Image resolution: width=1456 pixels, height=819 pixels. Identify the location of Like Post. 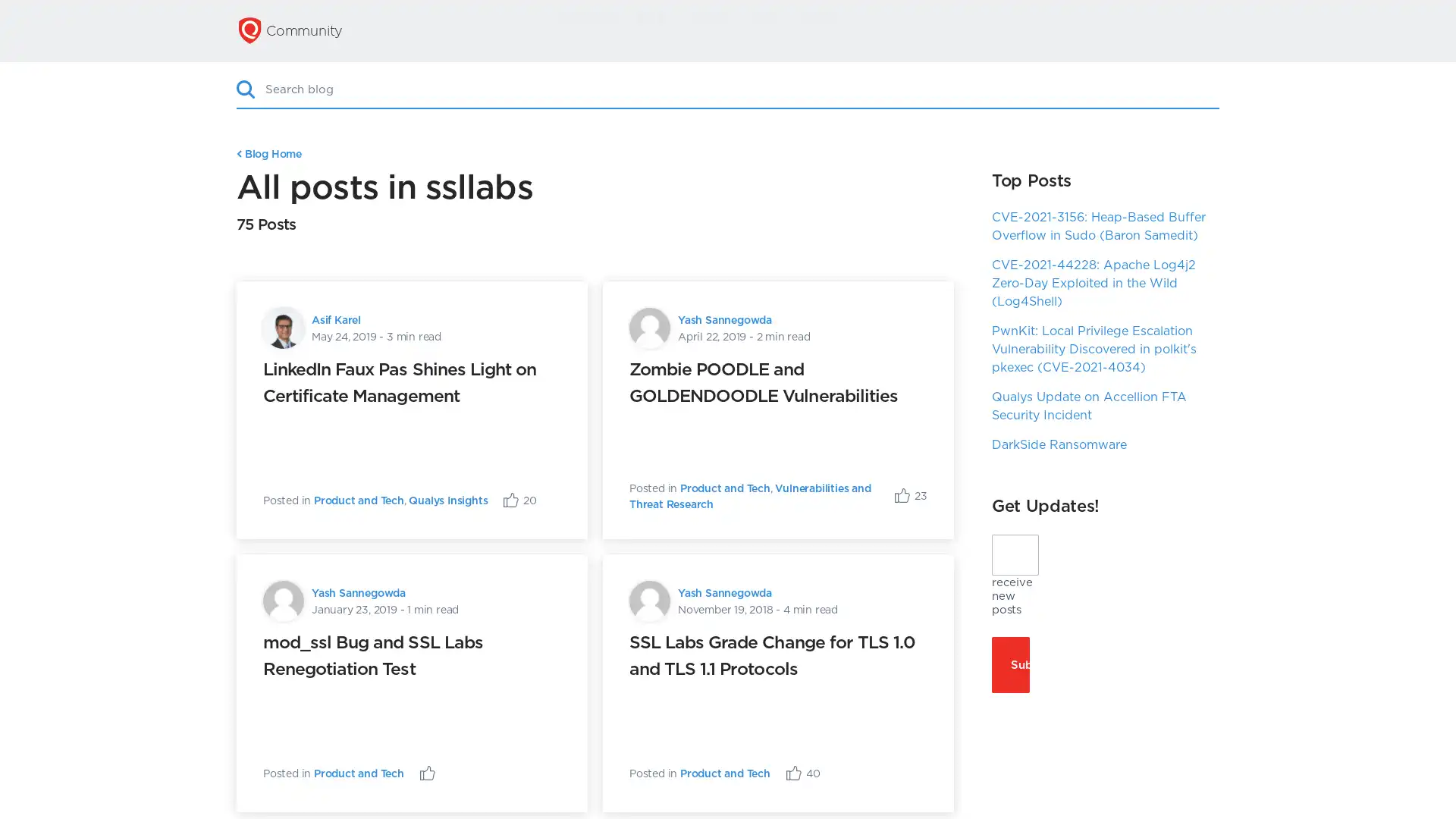
(510, 500).